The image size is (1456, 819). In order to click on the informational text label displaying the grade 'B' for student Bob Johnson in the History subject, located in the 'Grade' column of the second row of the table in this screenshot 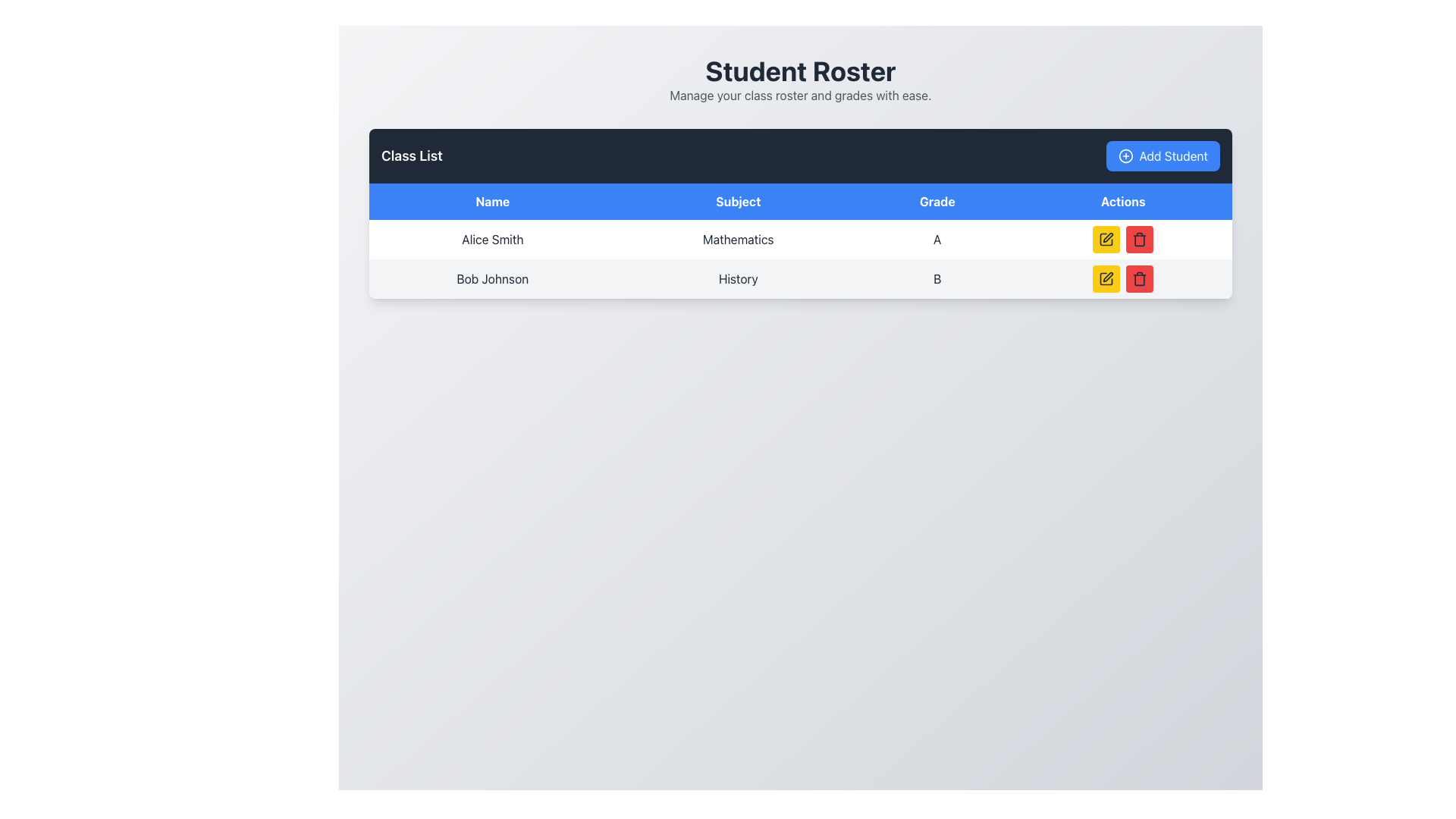, I will do `click(937, 278)`.